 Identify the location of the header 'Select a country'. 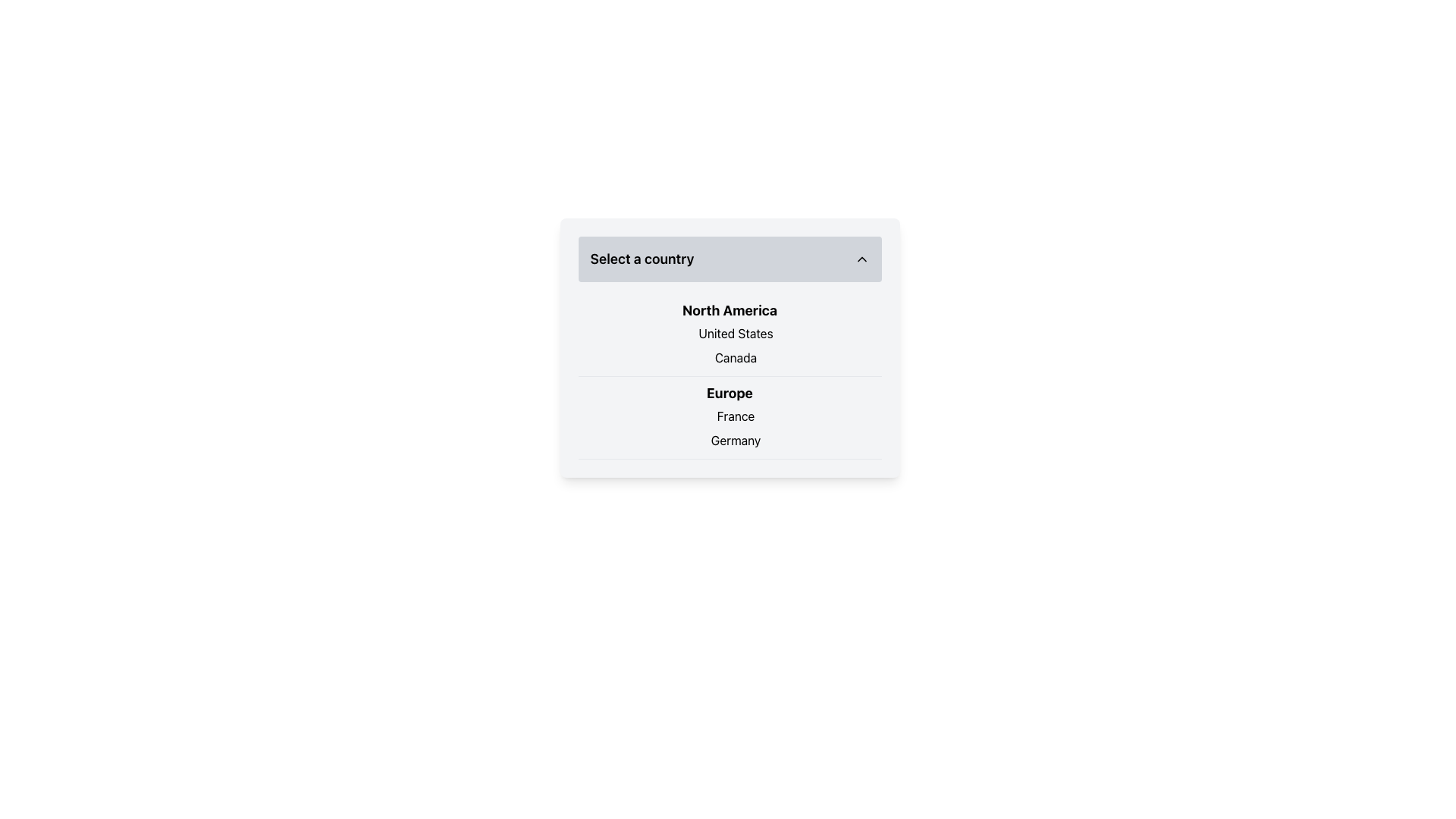
(730, 348).